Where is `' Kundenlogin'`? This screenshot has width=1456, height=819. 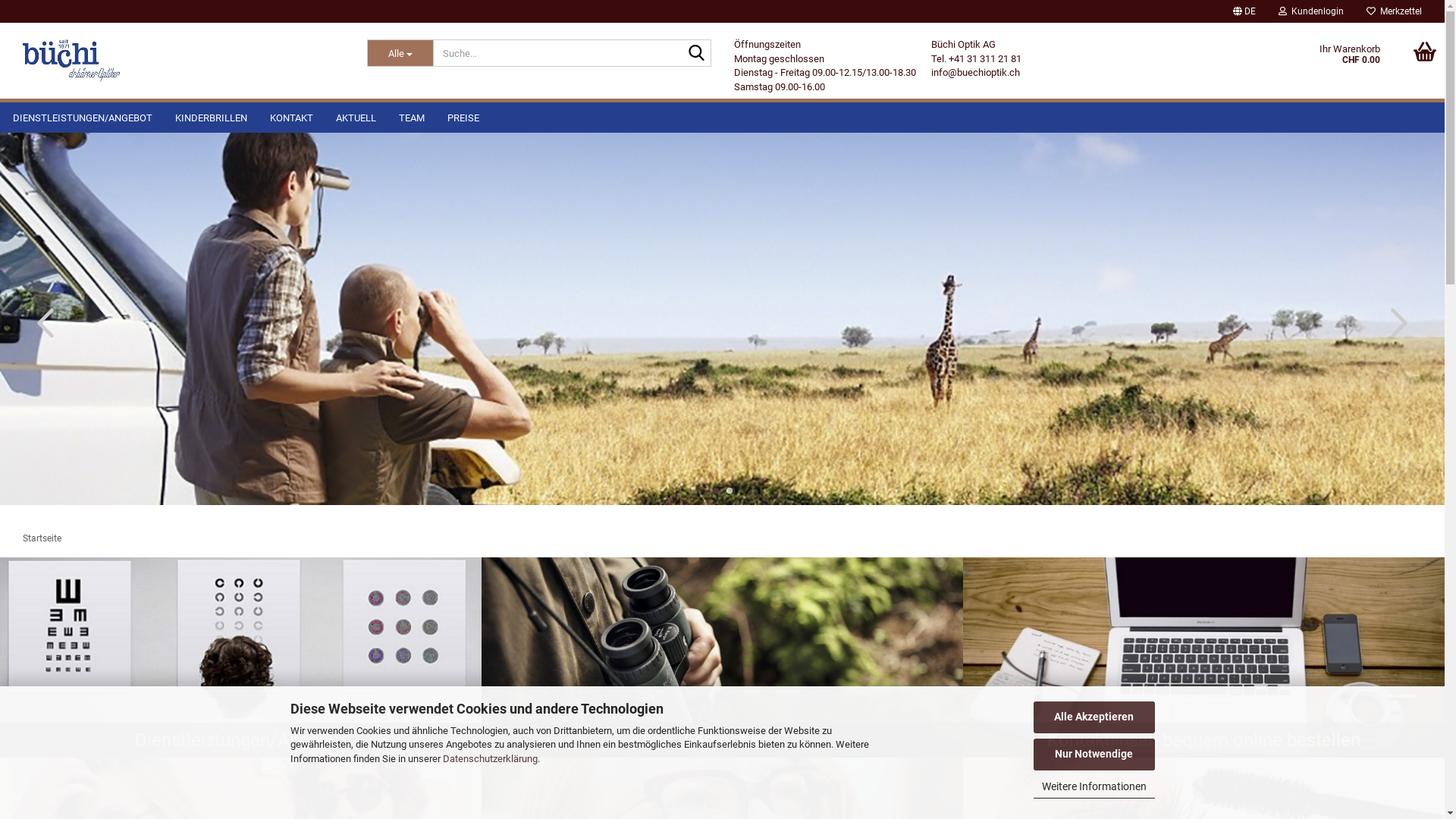
' Kundenlogin' is located at coordinates (1310, 11).